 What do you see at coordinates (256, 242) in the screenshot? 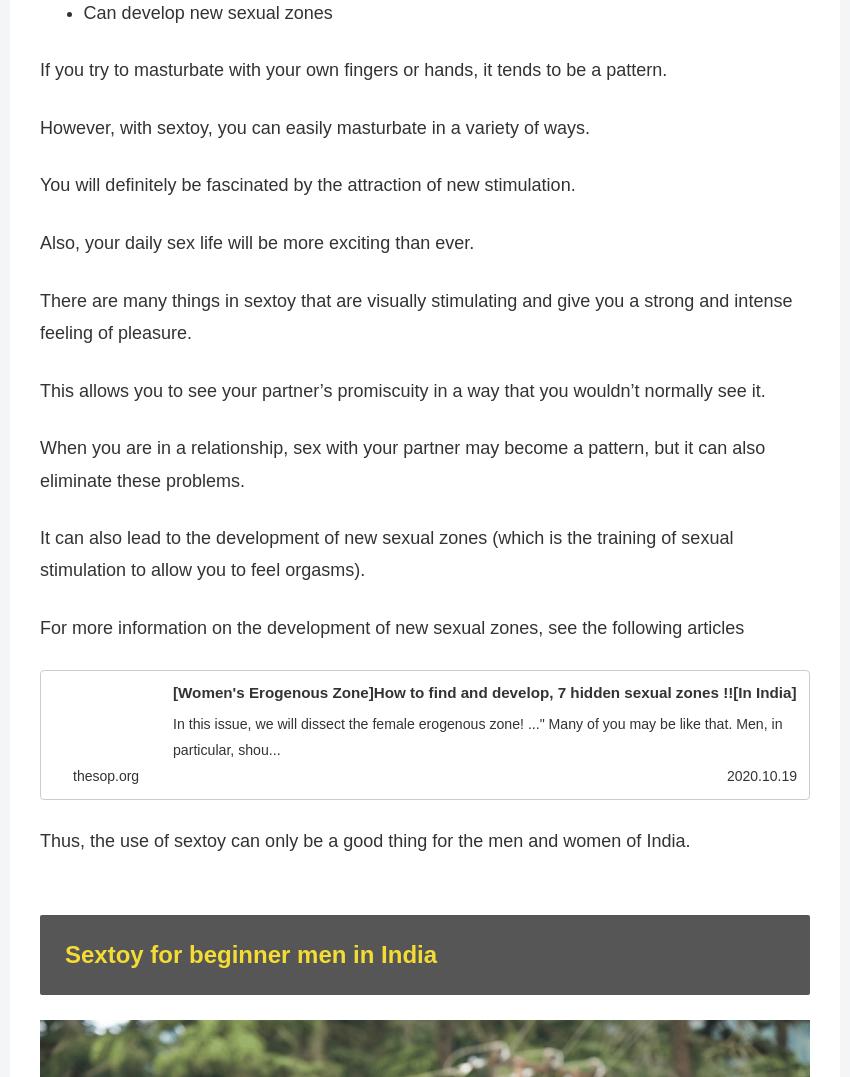
I see `'Also, your daily sex life will be more exciting than ever.'` at bounding box center [256, 242].